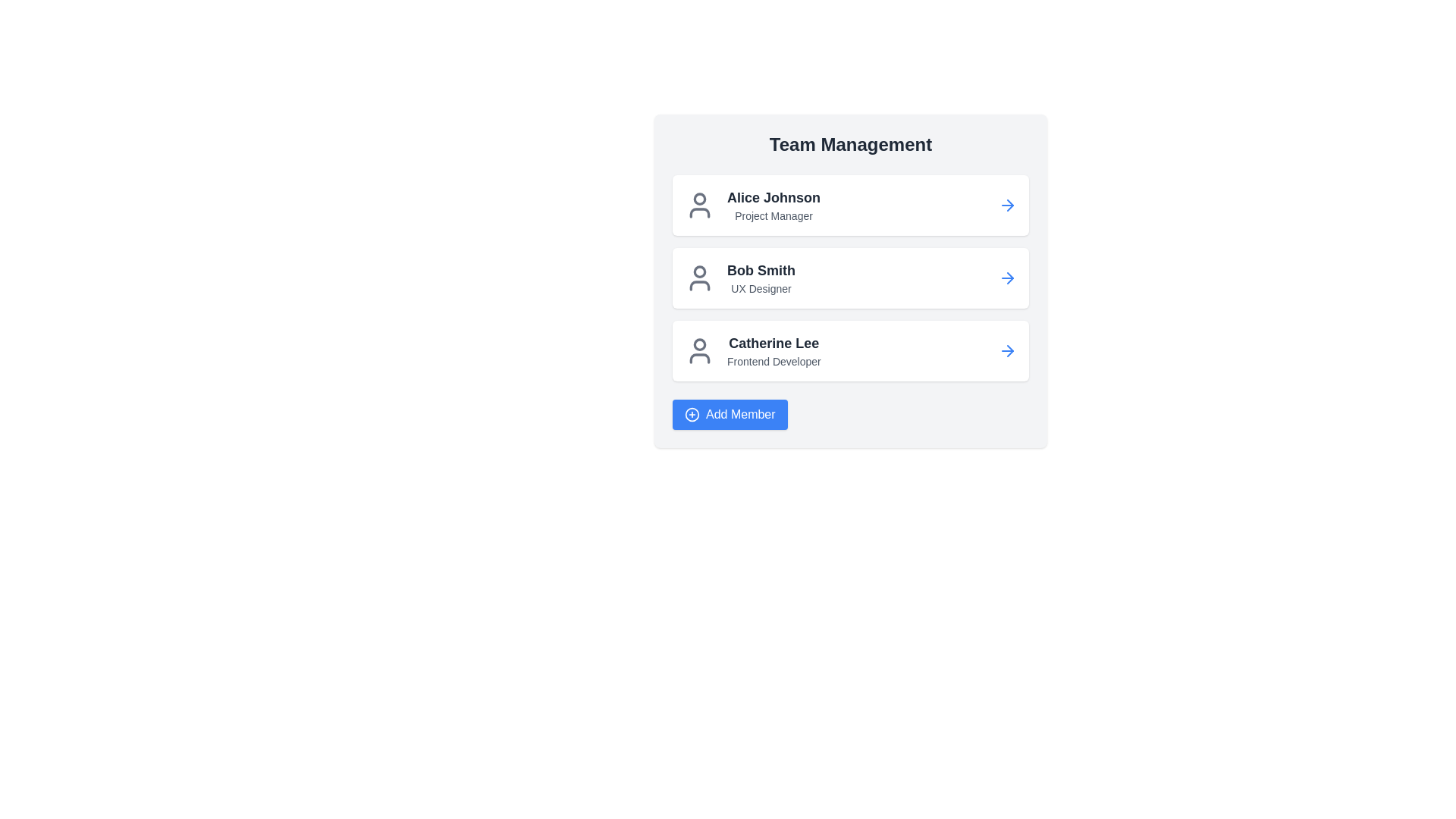 Image resolution: width=1456 pixels, height=819 pixels. Describe the element at coordinates (691, 415) in the screenshot. I see `the decorative circle icon within the 'Add Member' button located below the team members list` at that location.